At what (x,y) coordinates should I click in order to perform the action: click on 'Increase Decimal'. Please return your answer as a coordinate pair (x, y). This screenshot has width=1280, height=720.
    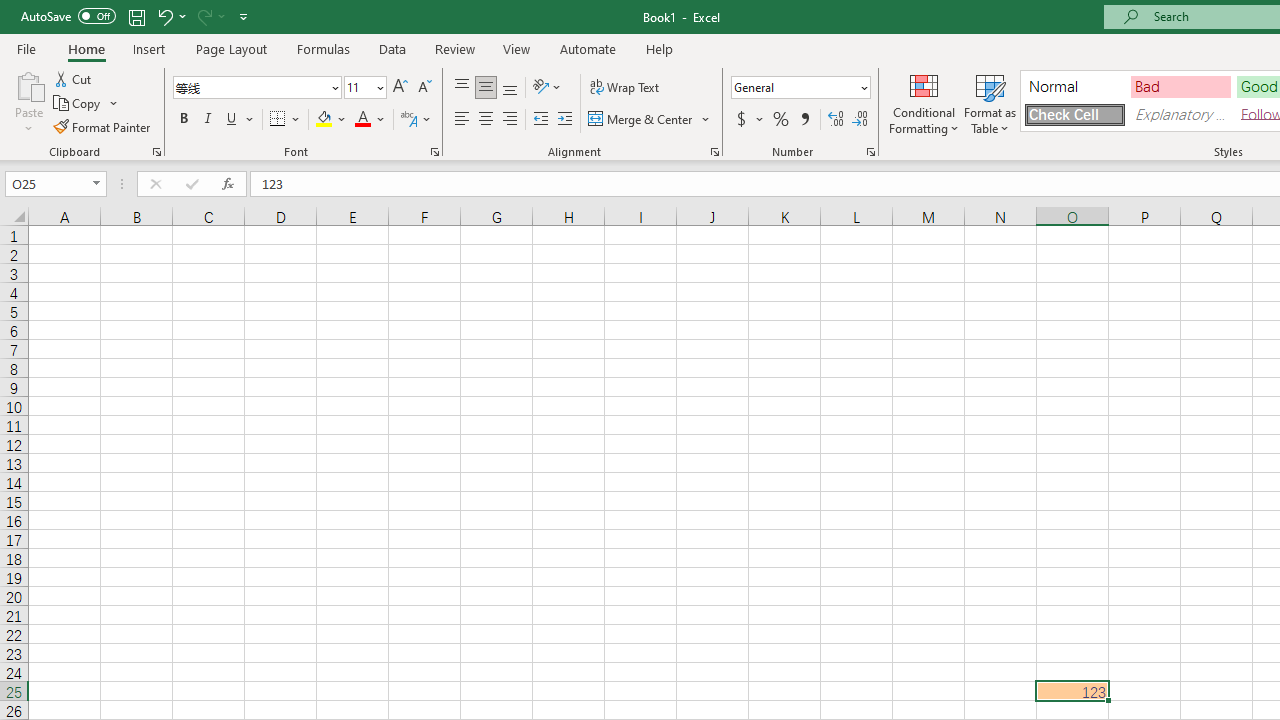
    Looking at the image, I should click on (836, 119).